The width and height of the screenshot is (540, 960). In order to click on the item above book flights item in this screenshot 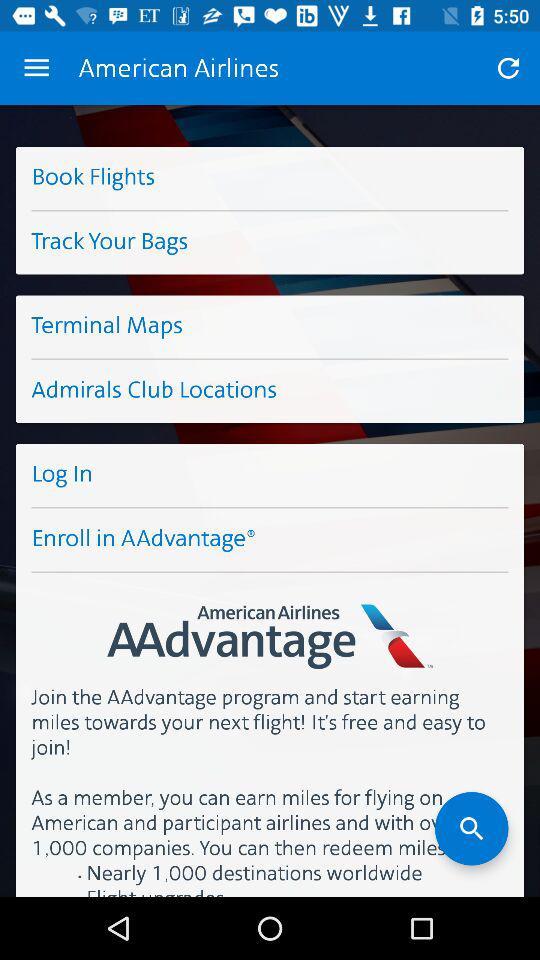, I will do `click(36, 68)`.